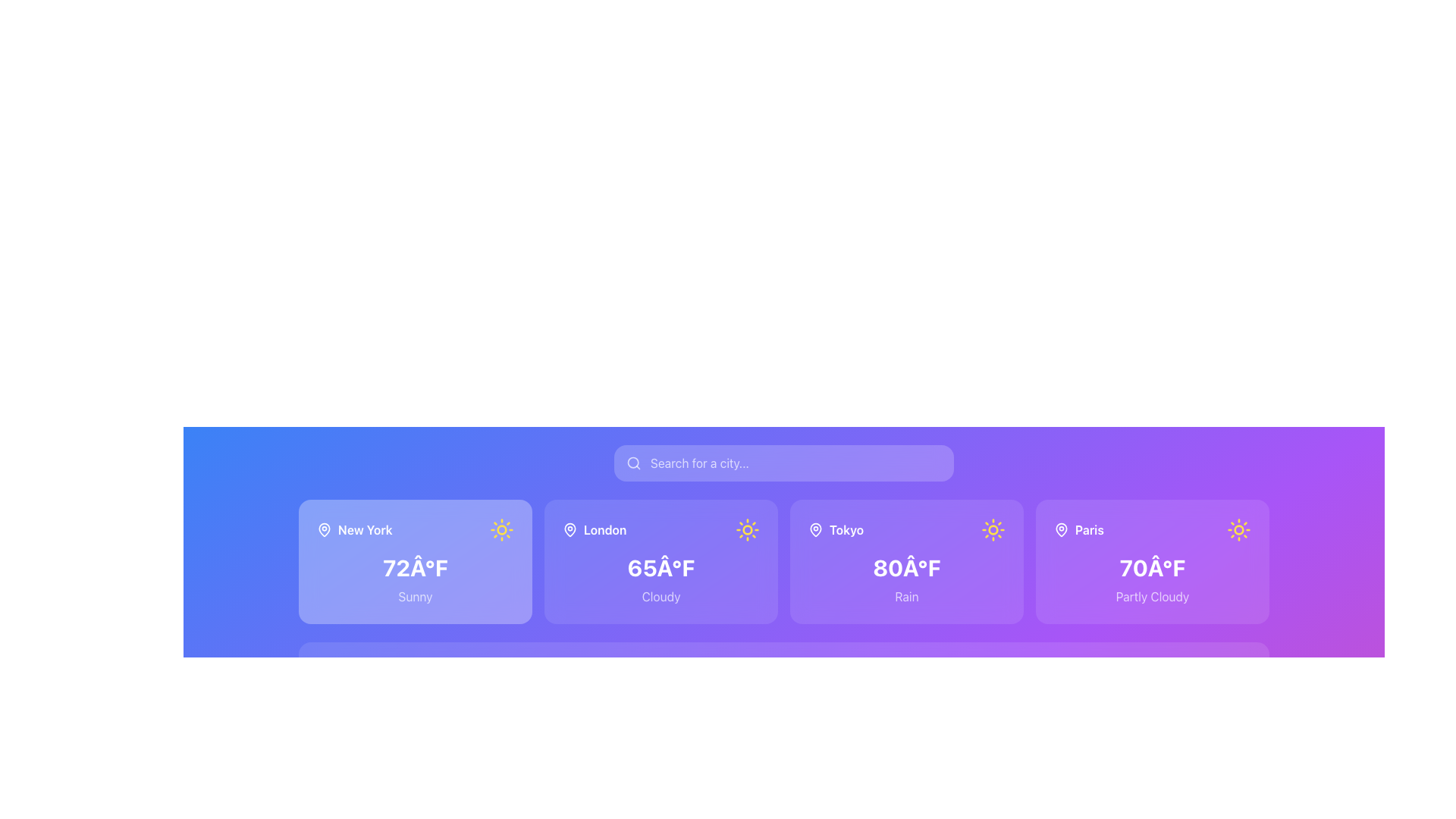 The width and height of the screenshot is (1456, 819). I want to click on the 'New York' label with a location pin icon, which is prominently displayed in the top-left section of the first city weather card, so click(353, 529).